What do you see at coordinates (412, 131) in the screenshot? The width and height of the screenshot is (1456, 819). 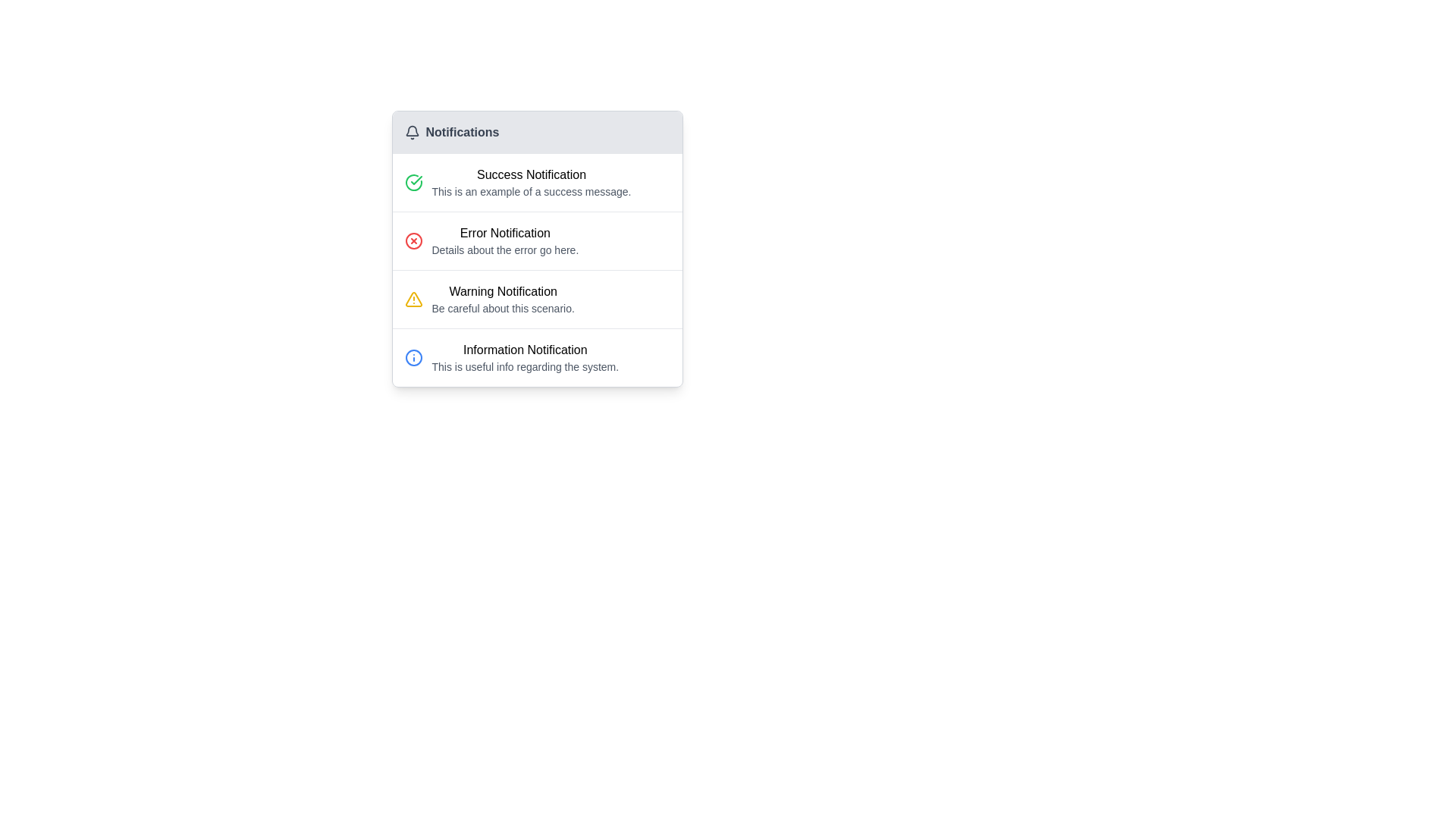 I see `the bell-shaped icon in light gray located next to the bold gray text 'Notifications' in the header area to interact with it` at bounding box center [412, 131].